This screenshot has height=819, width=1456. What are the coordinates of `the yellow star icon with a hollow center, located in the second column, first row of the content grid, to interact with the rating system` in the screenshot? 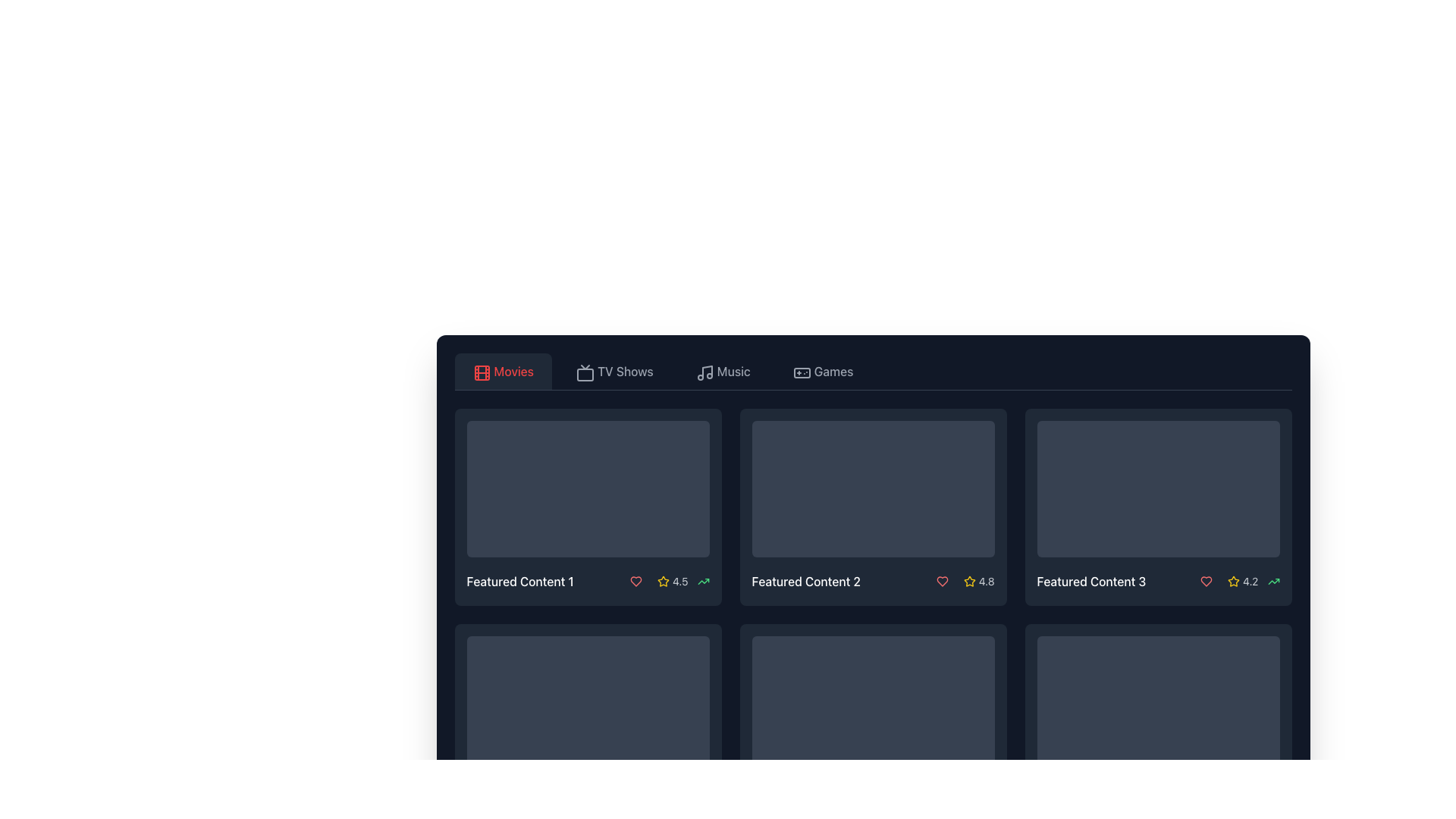 It's located at (664, 580).